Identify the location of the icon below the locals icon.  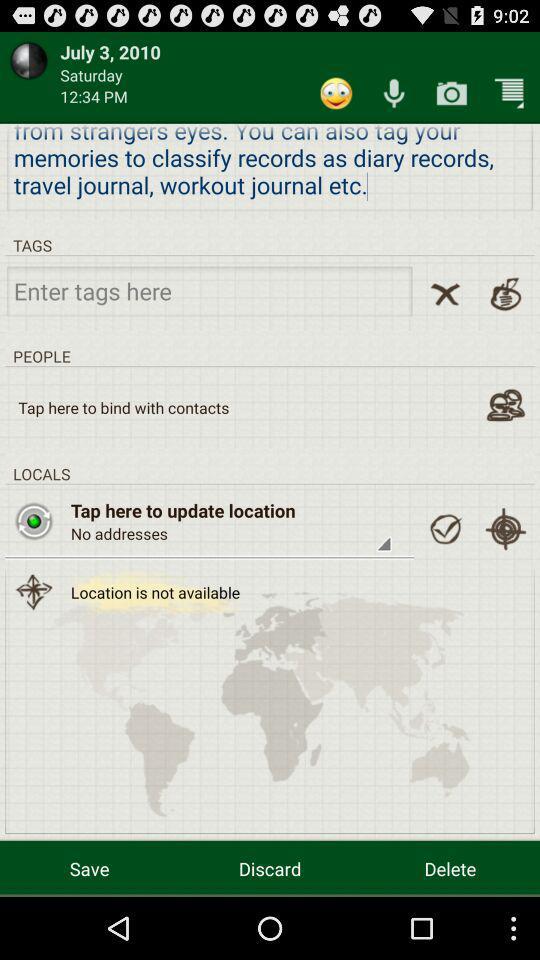
(504, 528).